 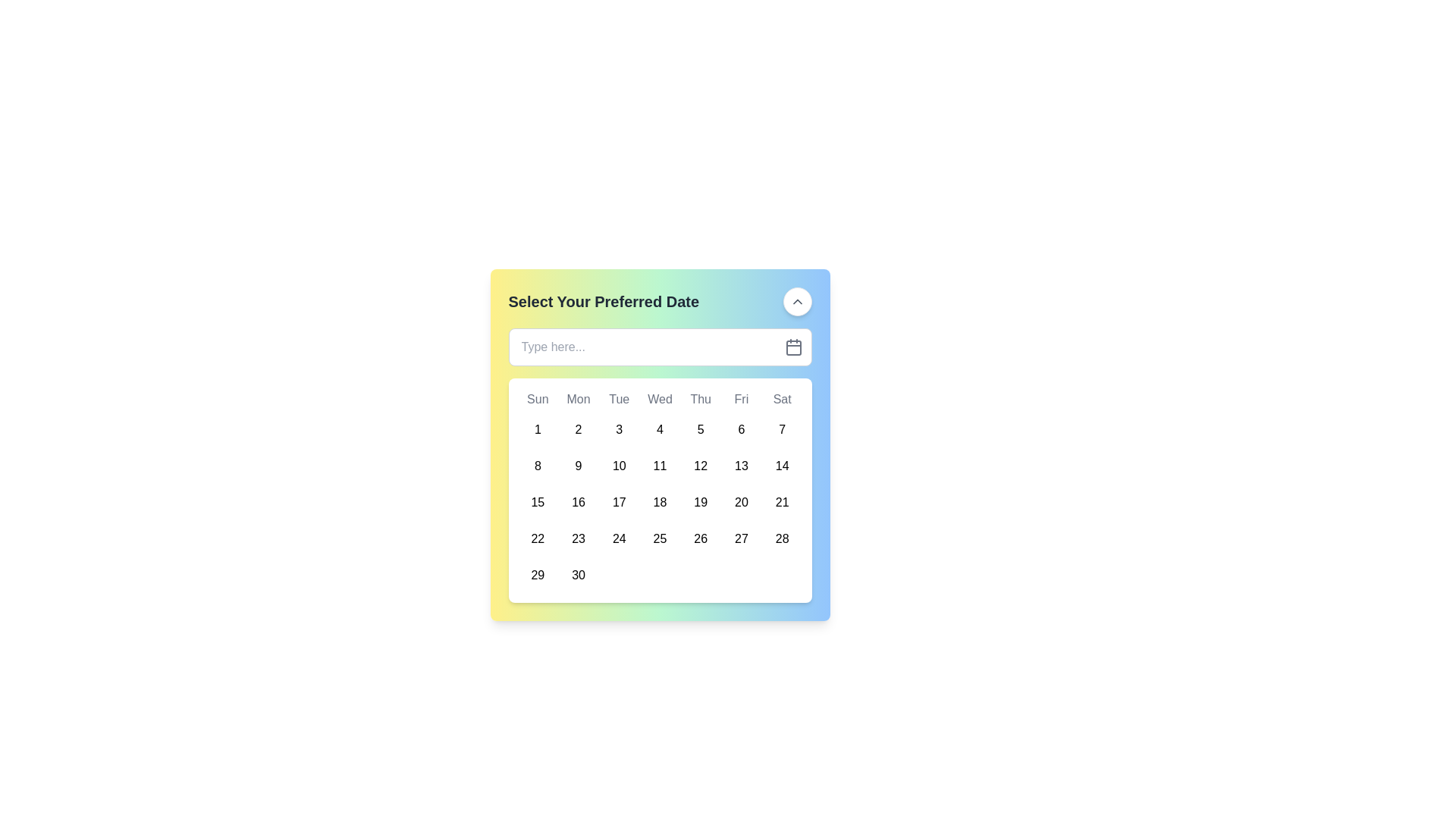 What do you see at coordinates (619, 399) in the screenshot?
I see `the text label representing 'Tuesday' in the weekly calendar header, located in the third column of the grid layout` at bounding box center [619, 399].